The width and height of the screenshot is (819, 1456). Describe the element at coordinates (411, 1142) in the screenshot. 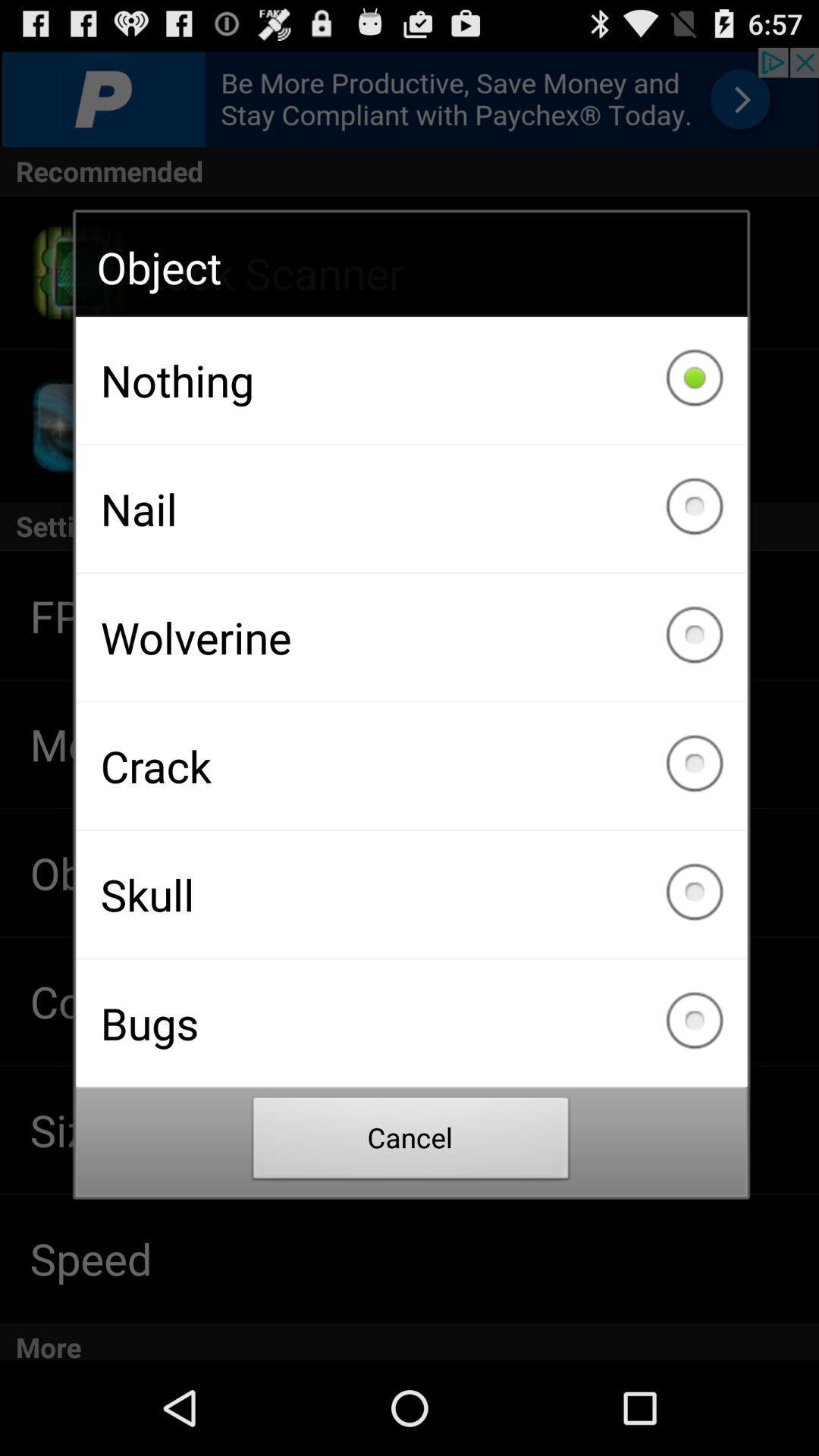

I see `the cancel` at that location.